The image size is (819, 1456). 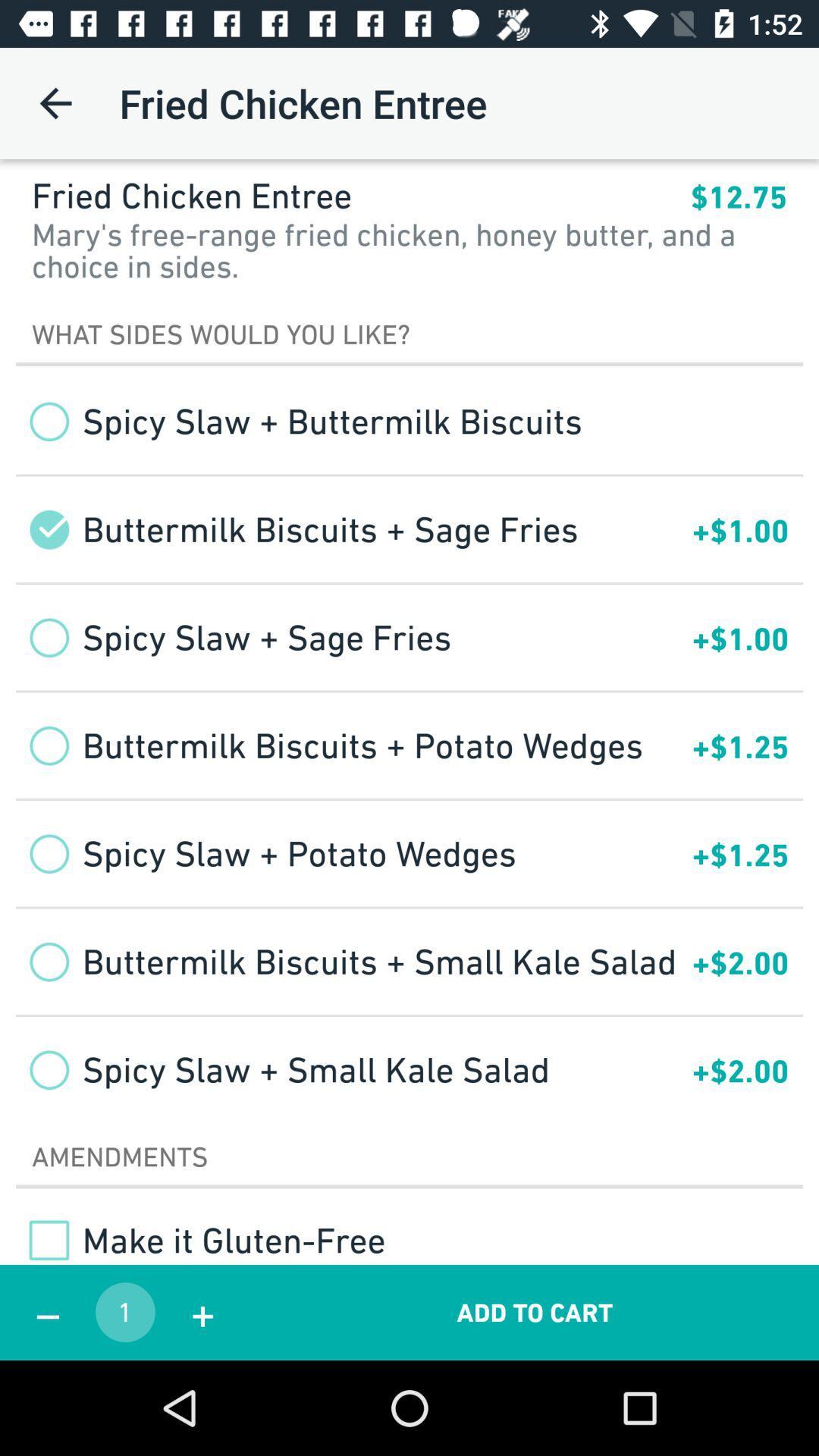 I want to click on $12.75 item, so click(x=738, y=196).